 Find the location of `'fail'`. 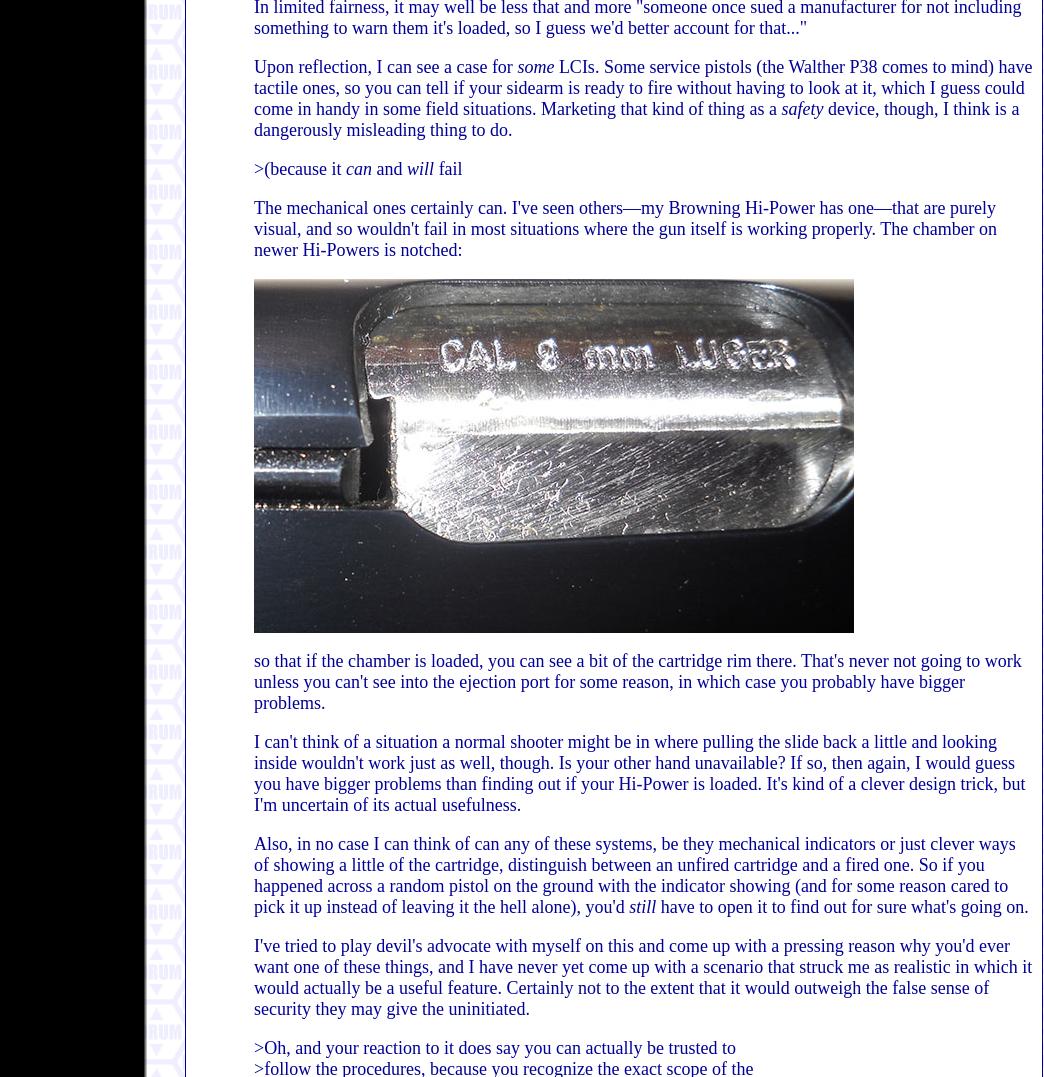

'fail' is located at coordinates (432, 167).